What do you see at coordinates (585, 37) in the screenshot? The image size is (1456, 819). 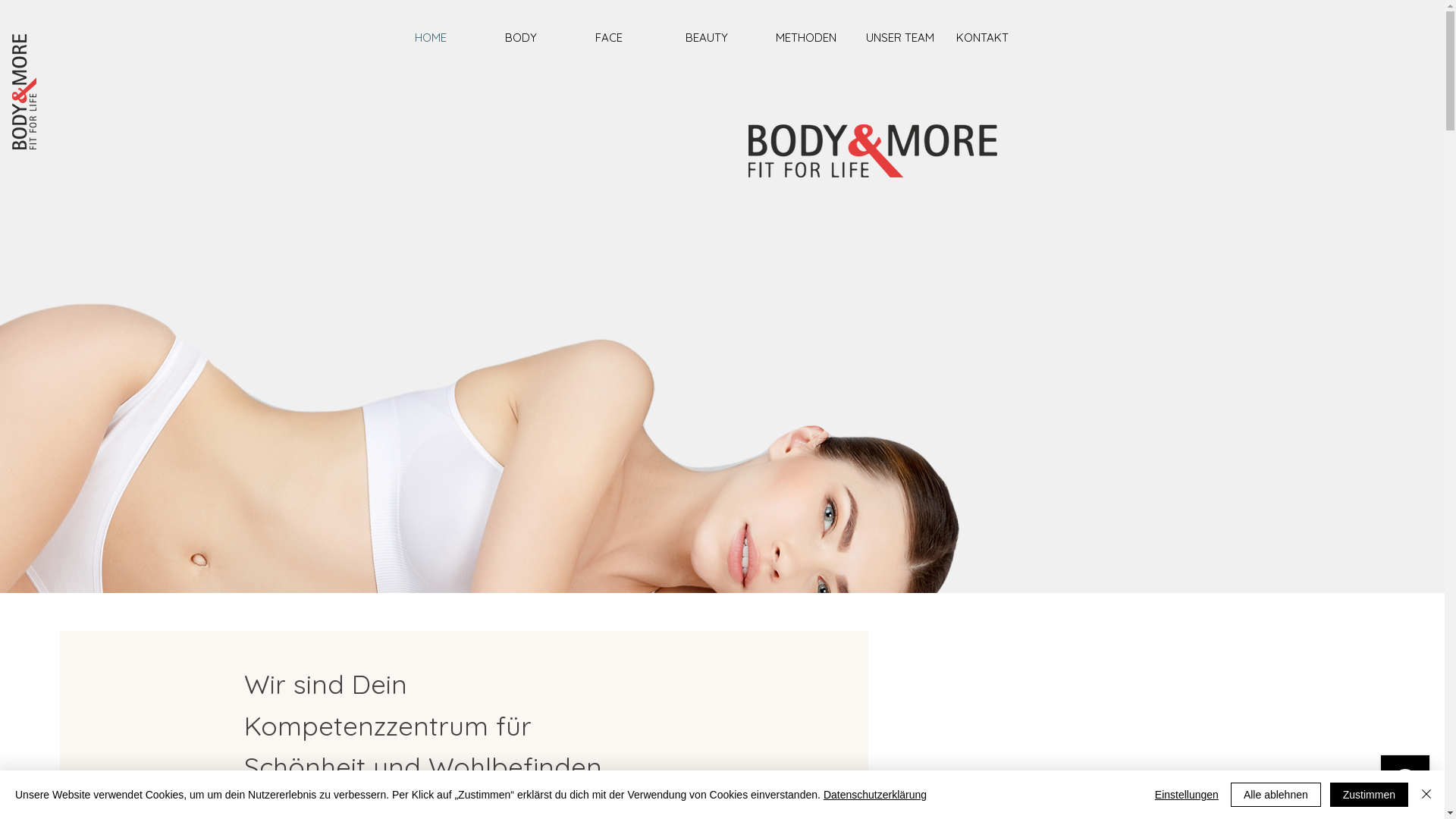 I see `'FACE'` at bounding box center [585, 37].